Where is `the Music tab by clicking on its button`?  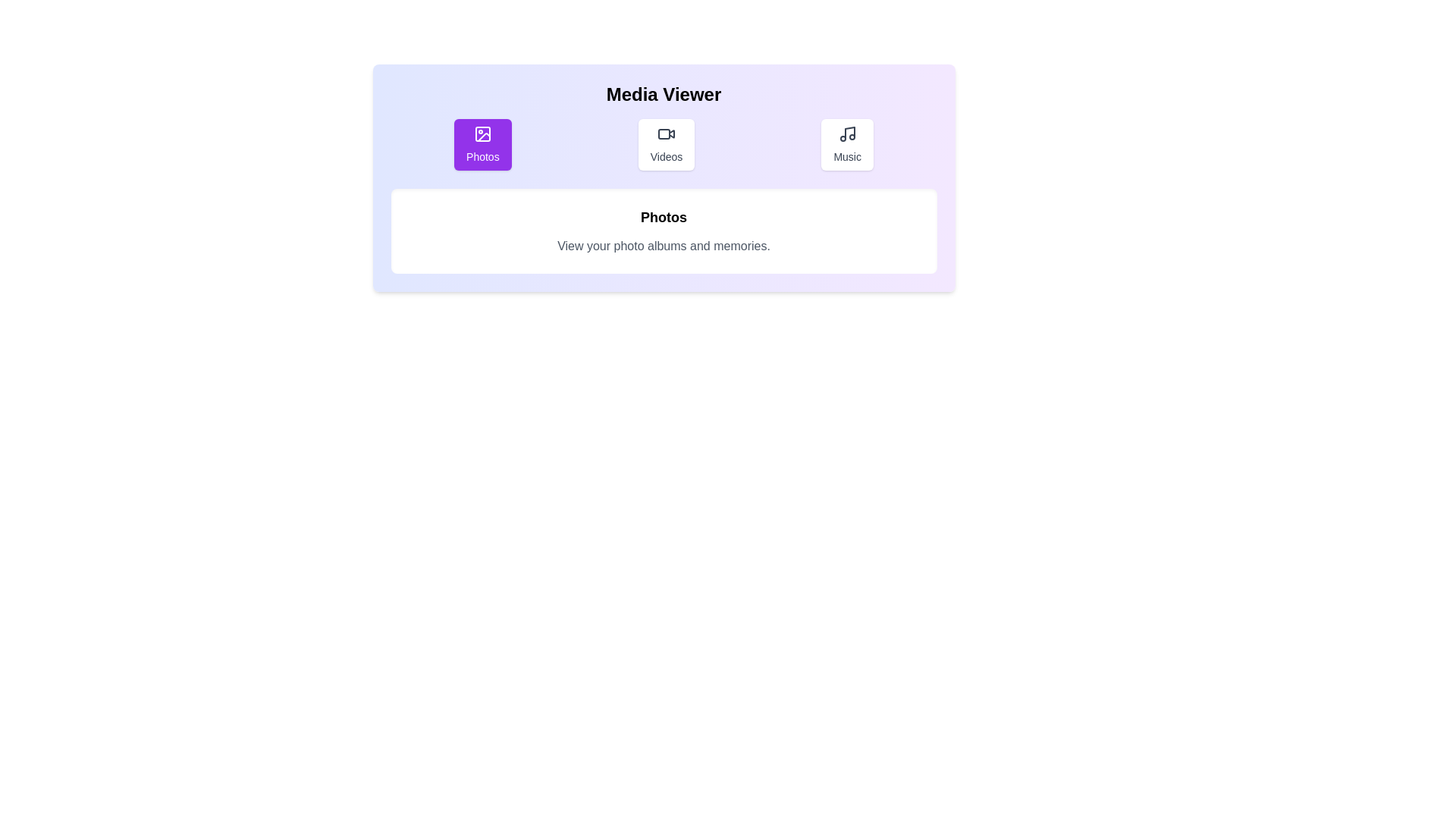
the Music tab by clicking on its button is located at coordinates (846, 145).